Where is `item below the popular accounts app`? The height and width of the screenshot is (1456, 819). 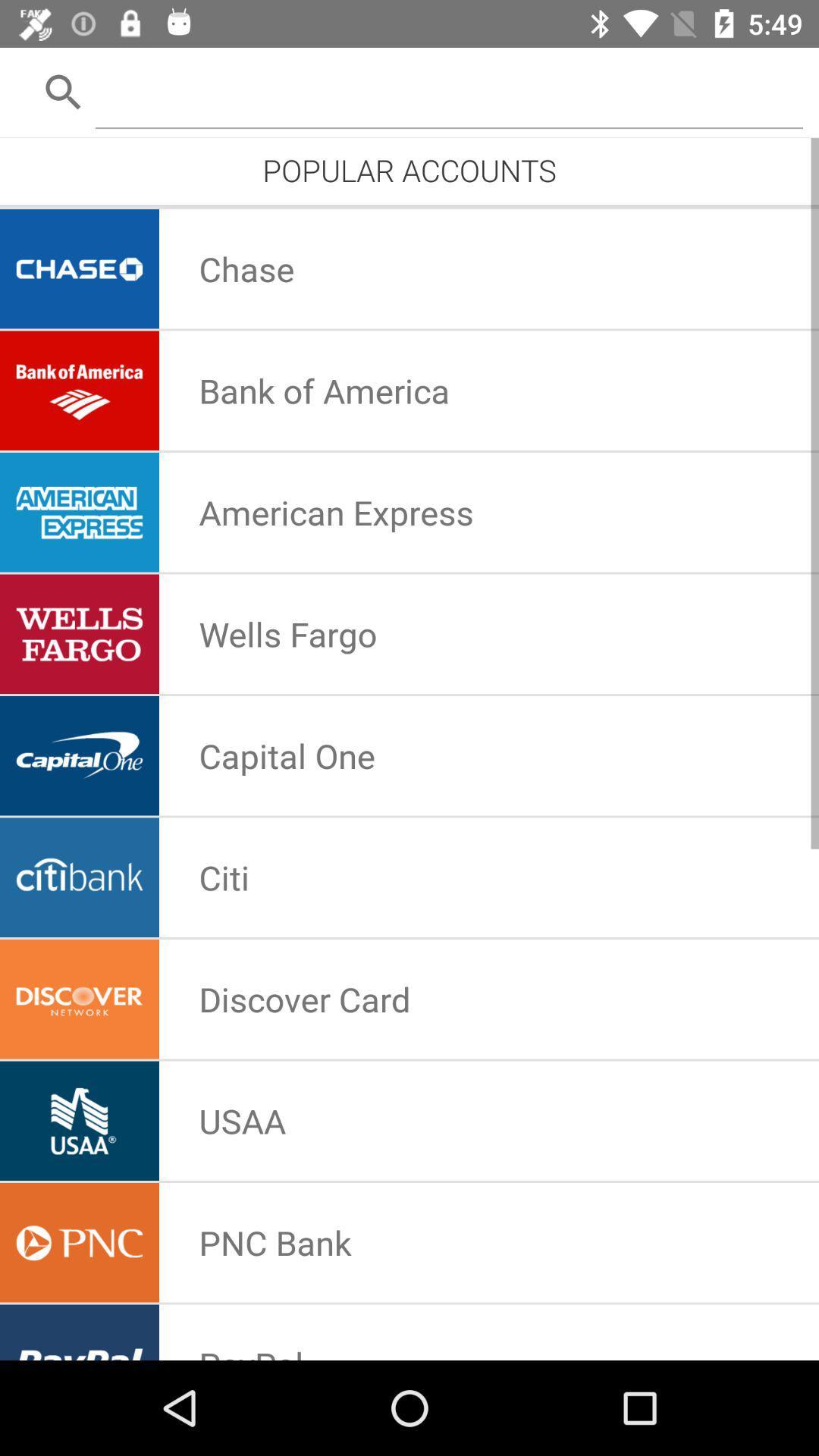 item below the popular accounts app is located at coordinates (409, 205).